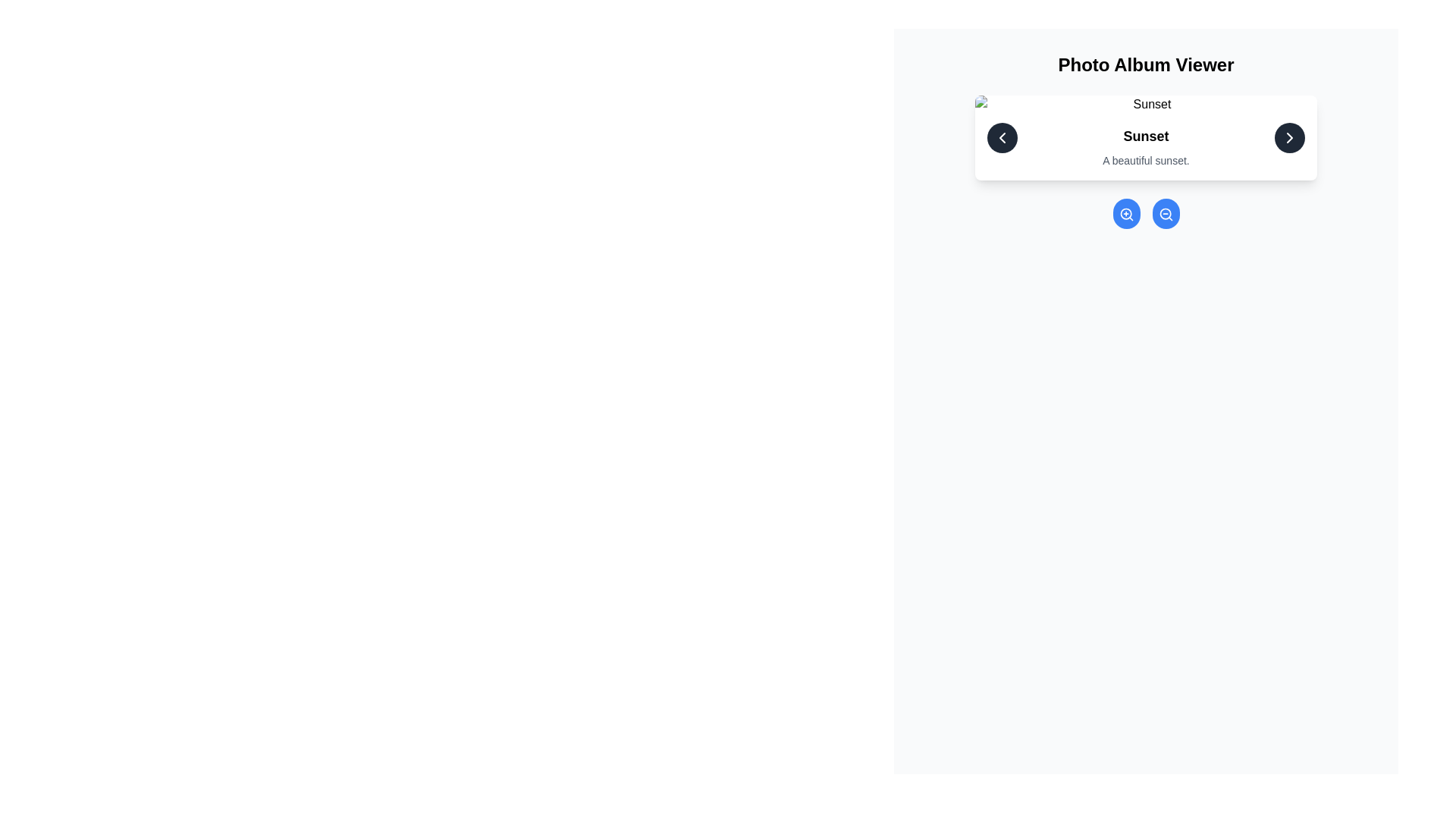 This screenshot has height=819, width=1456. What do you see at coordinates (1003, 137) in the screenshot?
I see `the circular button containing a minimalist leftward arrow icon` at bounding box center [1003, 137].